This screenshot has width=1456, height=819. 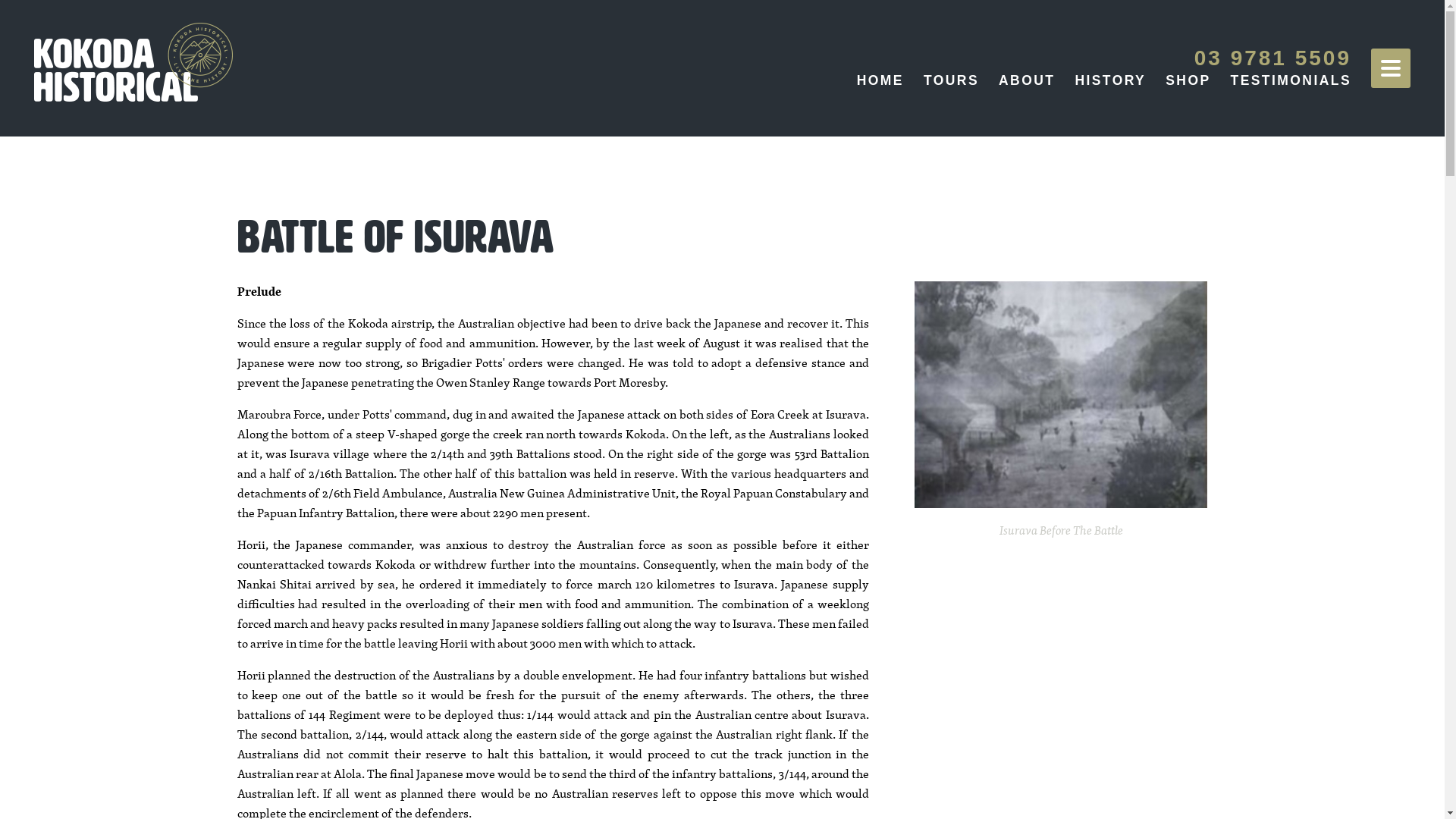 I want to click on 'HISTORY', so click(x=1110, y=80).